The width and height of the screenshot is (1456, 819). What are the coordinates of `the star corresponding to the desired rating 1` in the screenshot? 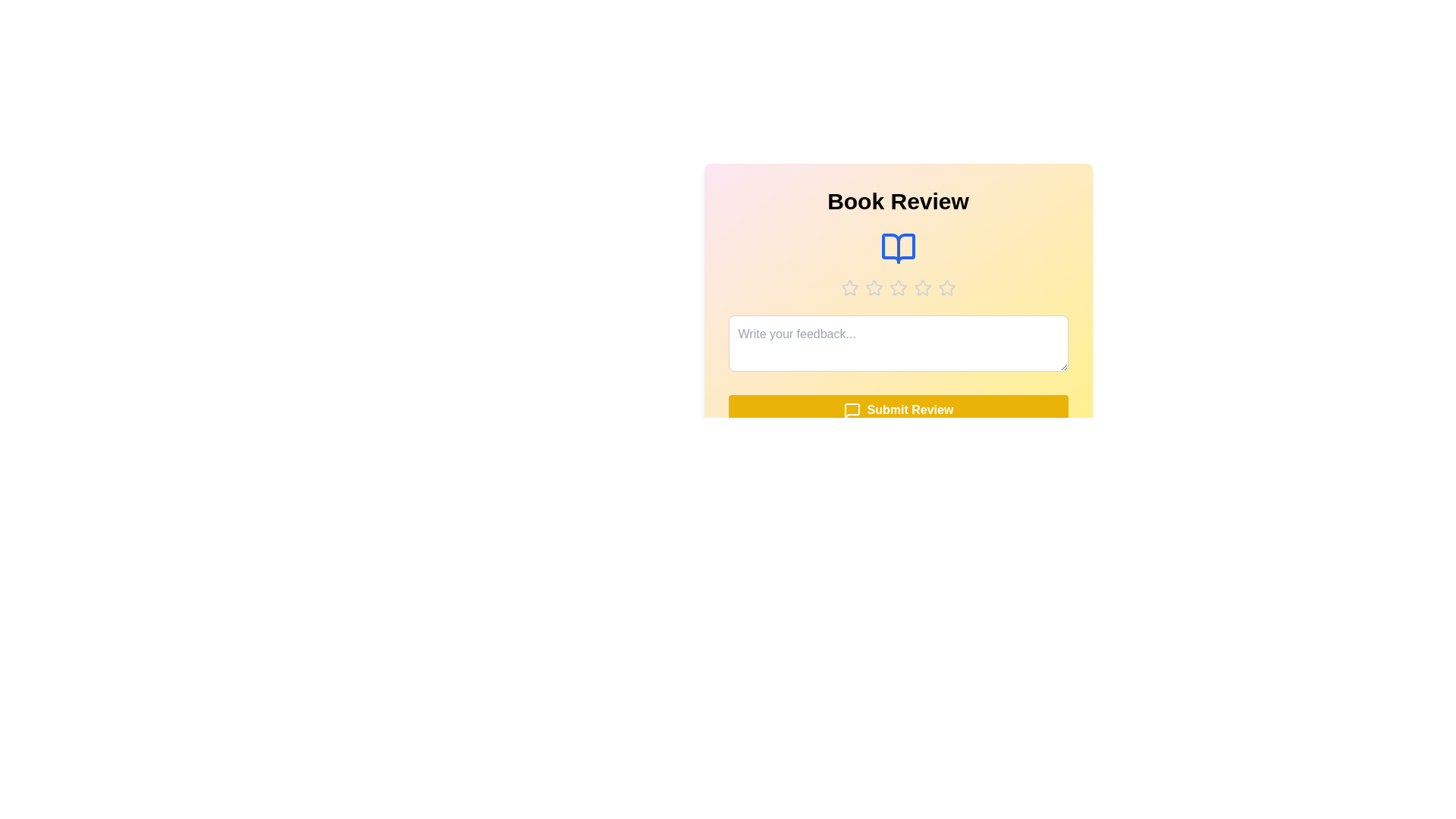 It's located at (849, 288).